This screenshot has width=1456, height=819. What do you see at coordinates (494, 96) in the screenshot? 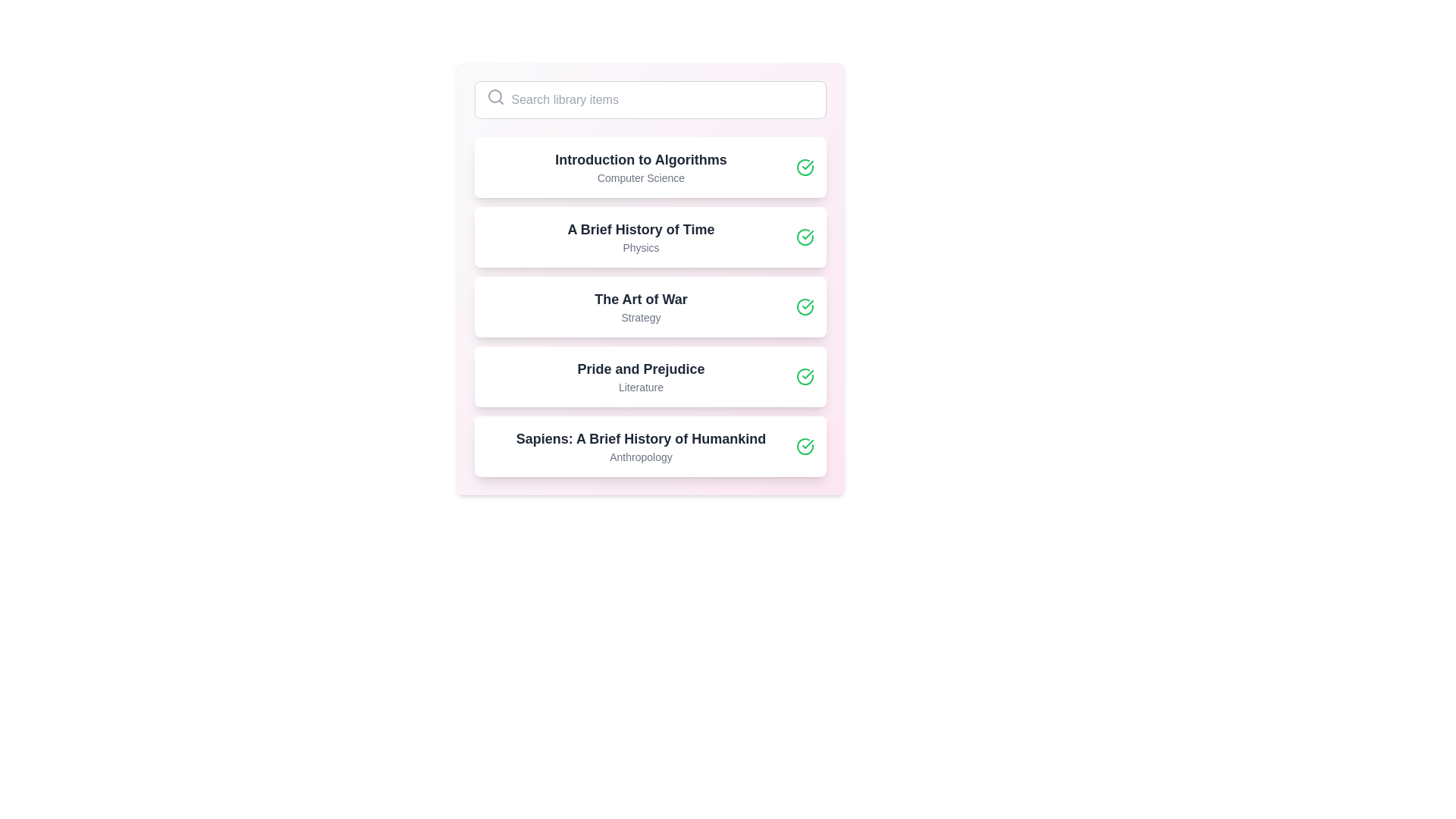
I see `the search icon represented by an SVG circle located in the upper-left corner of the interface, adjacent to the 'Search library items' input field` at bounding box center [494, 96].